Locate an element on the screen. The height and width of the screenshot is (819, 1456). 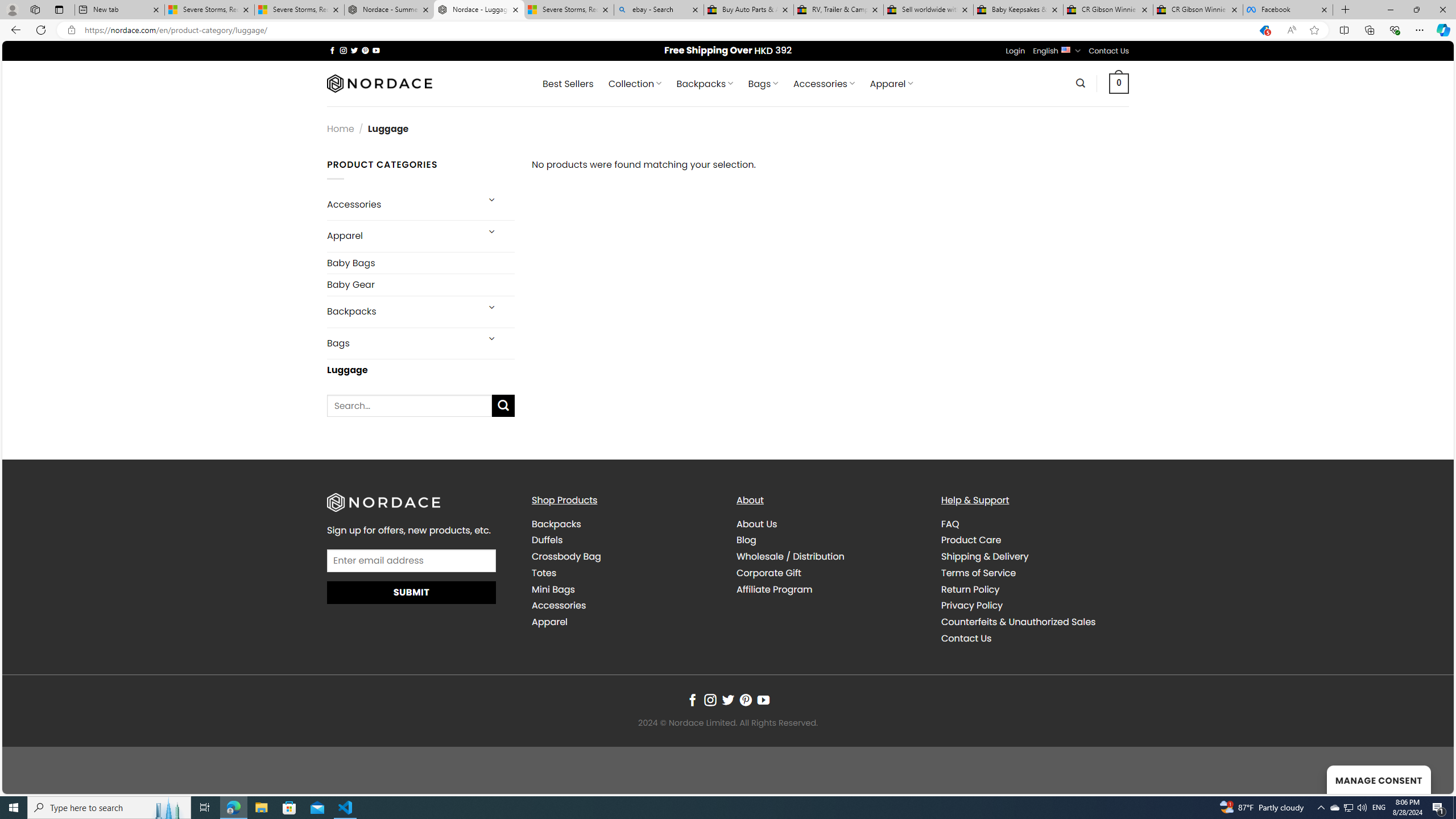
'Follow on Pinterest' is located at coordinates (744, 701).